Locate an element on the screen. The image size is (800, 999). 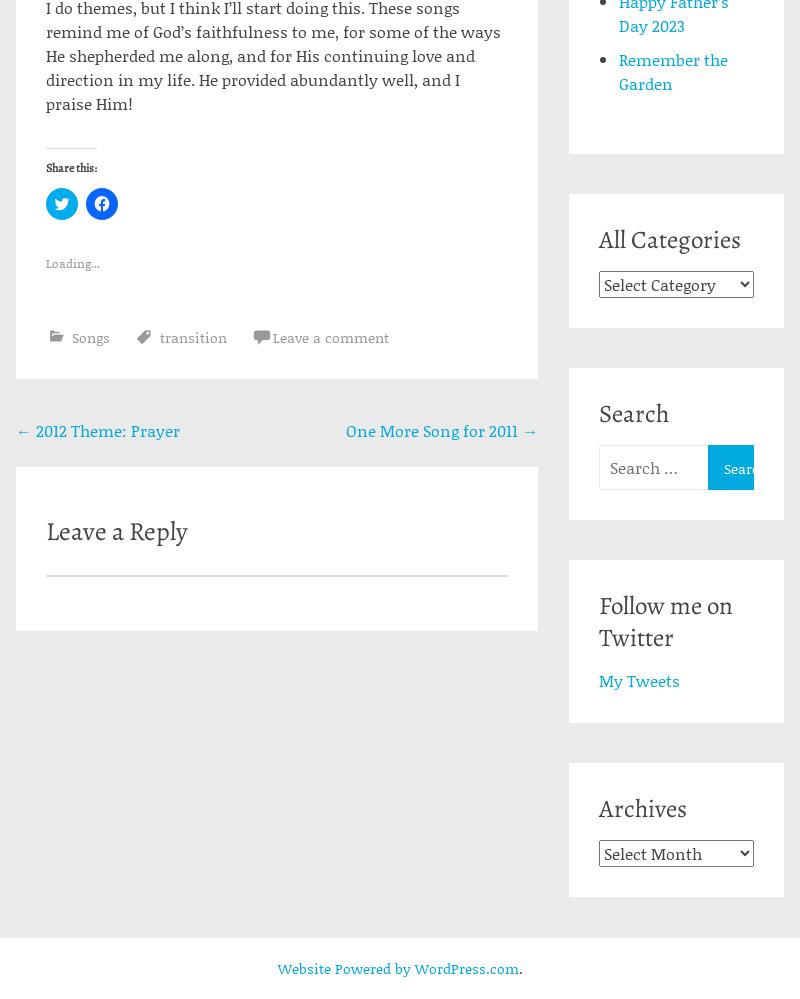
'.' is located at coordinates (519, 967).